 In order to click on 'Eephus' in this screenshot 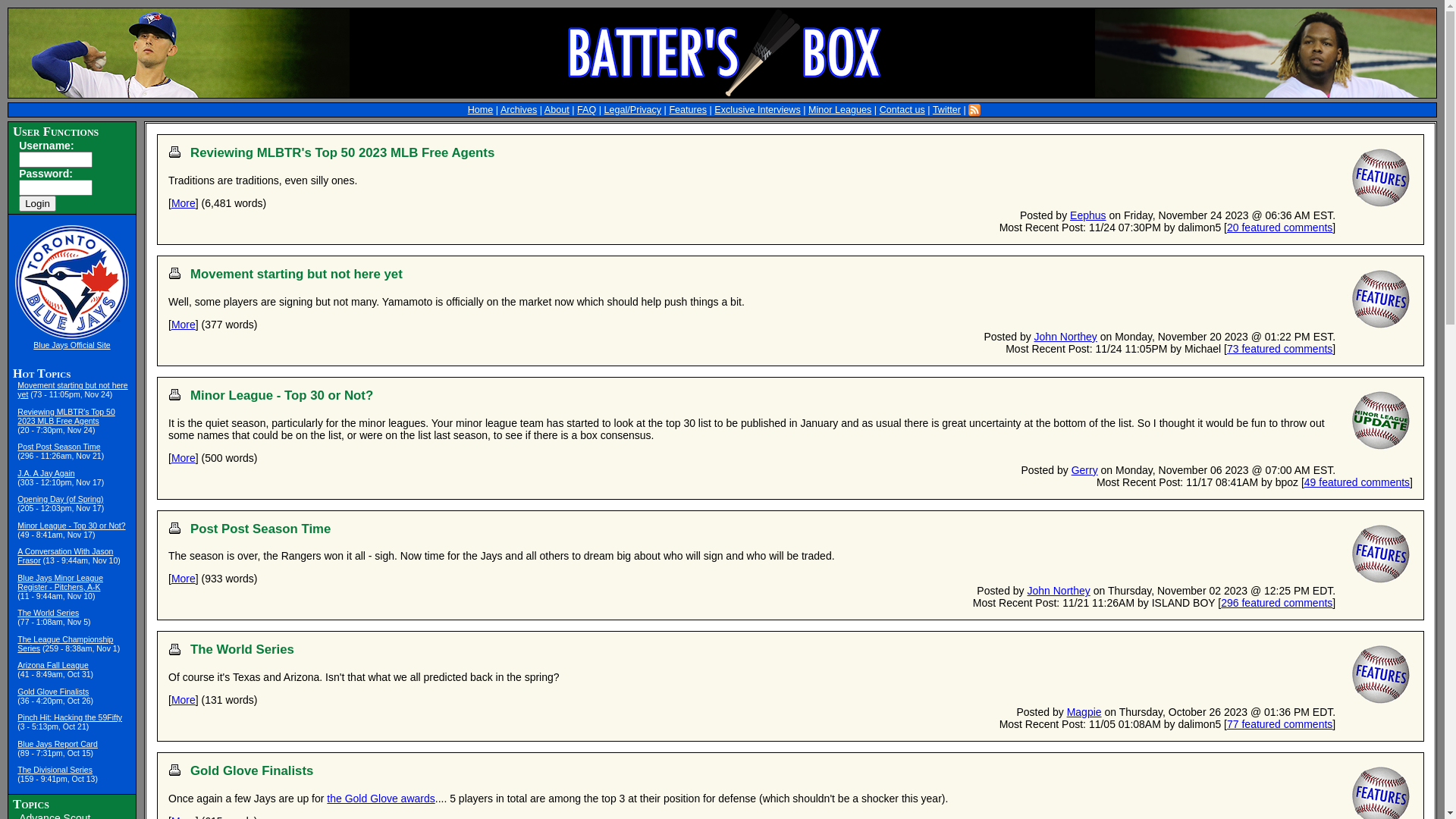, I will do `click(1069, 215)`.